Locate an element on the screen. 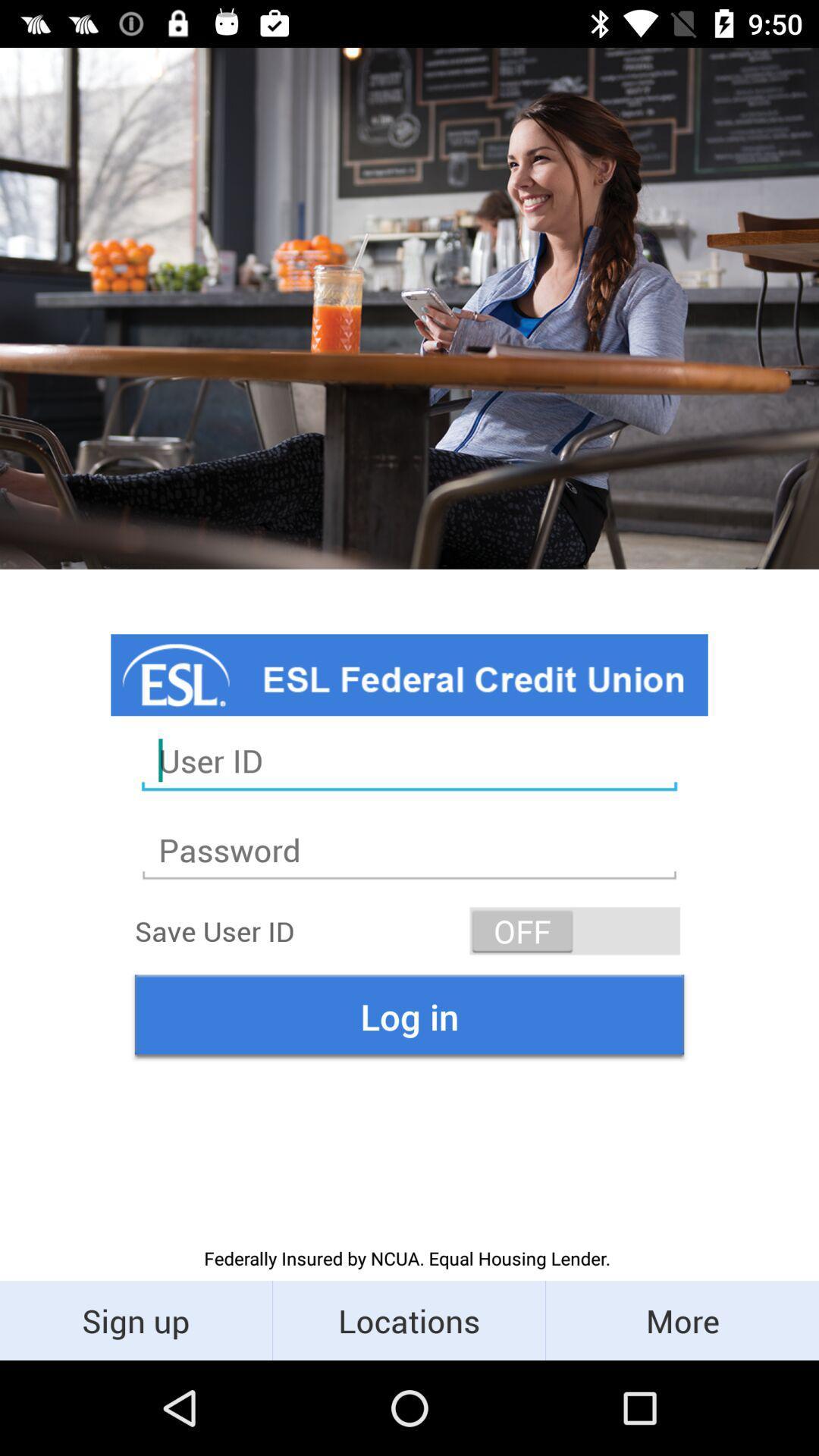 This screenshot has height=1456, width=819. the icon below the federally insured by is located at coordinates (135, 1319).